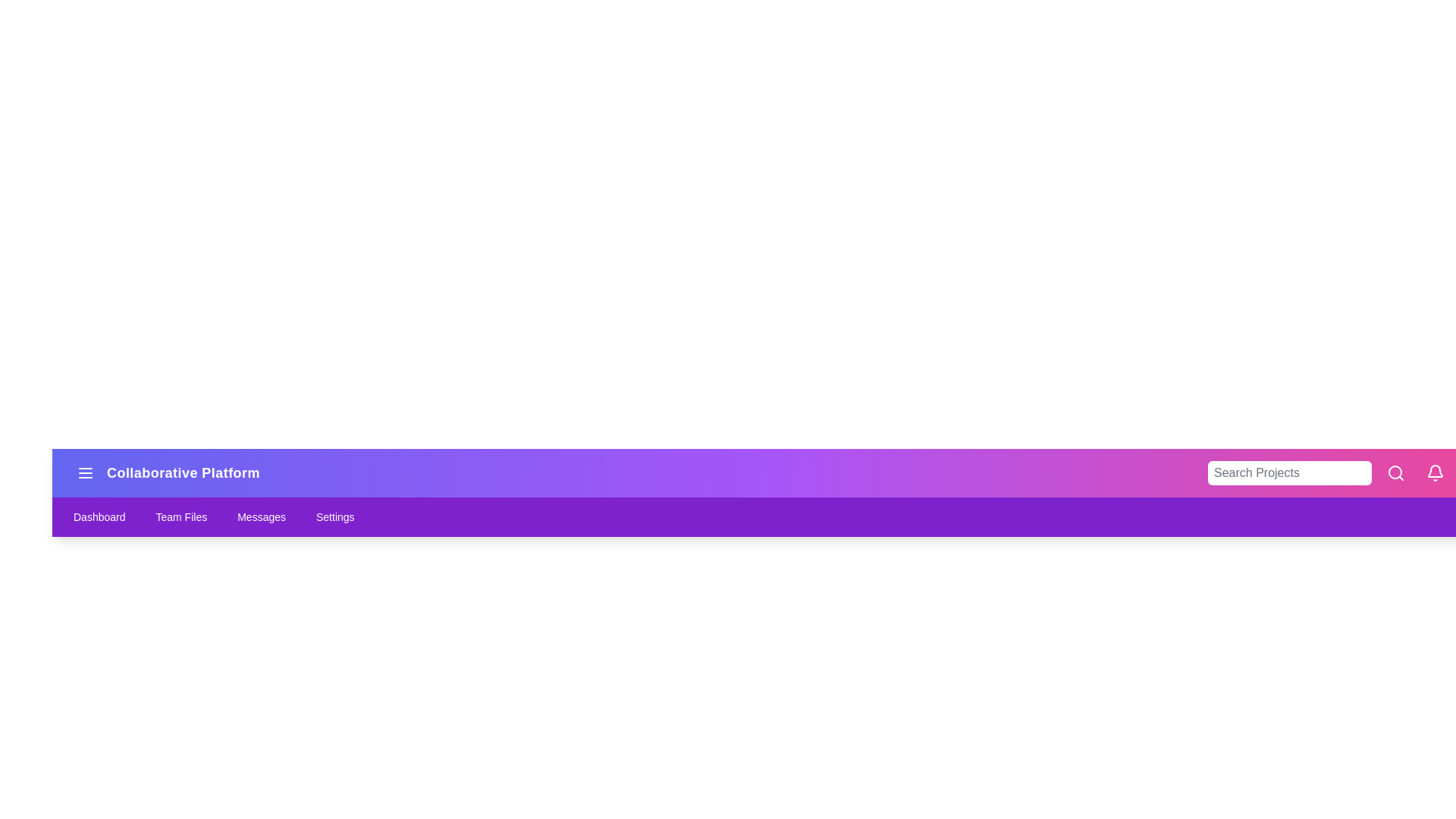 This screenshot has width=1456, height=819. Describe the element at coordinates (334, 516) in the screenshot. I see `the fourth button in the horizontal navigation bar at the bottom of the purple gradient header section to trigger visual feedback` at that location.